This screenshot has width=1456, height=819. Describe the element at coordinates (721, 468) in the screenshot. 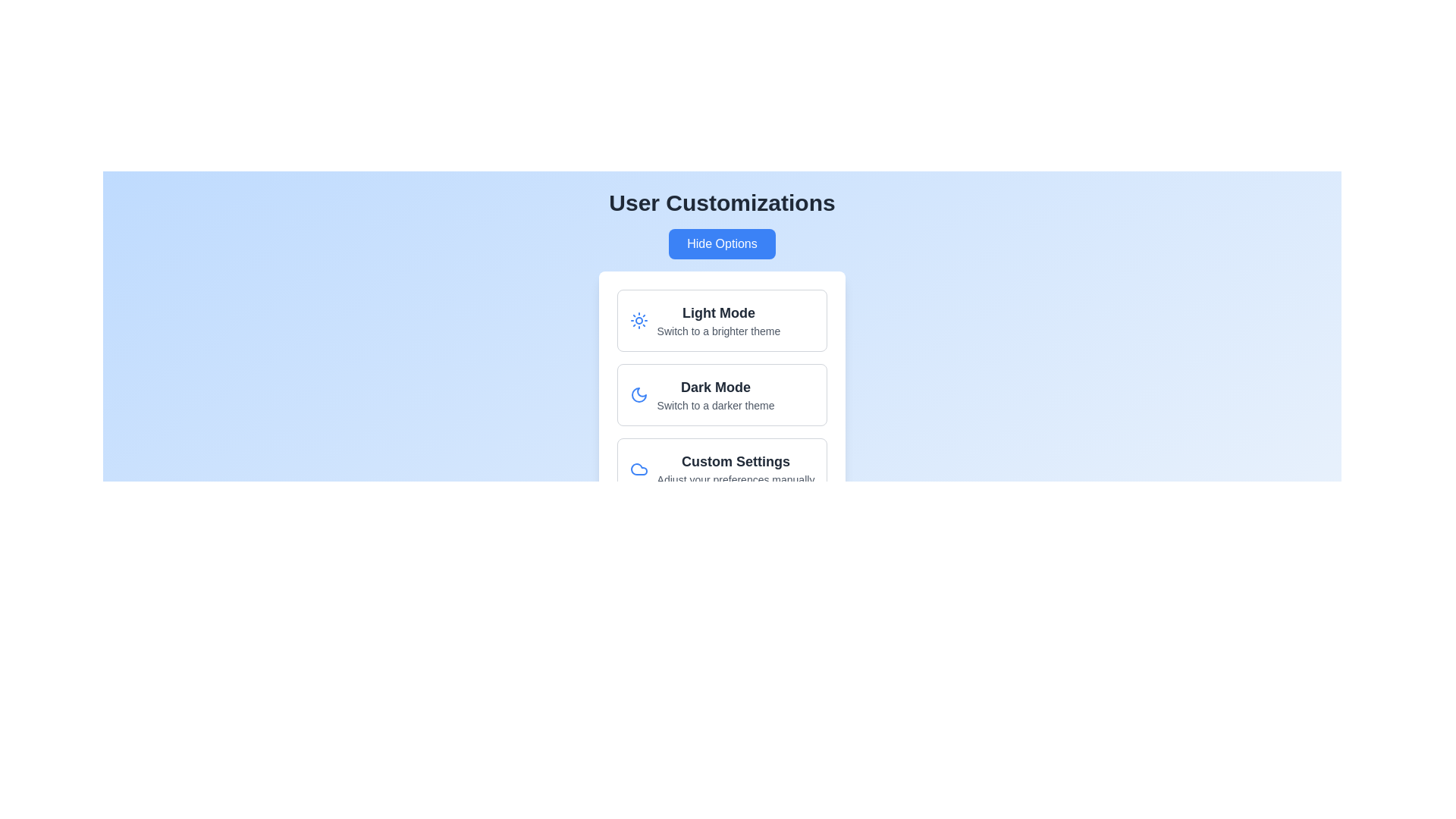

I see `the 'Custom Settings' card to select it` at that location.